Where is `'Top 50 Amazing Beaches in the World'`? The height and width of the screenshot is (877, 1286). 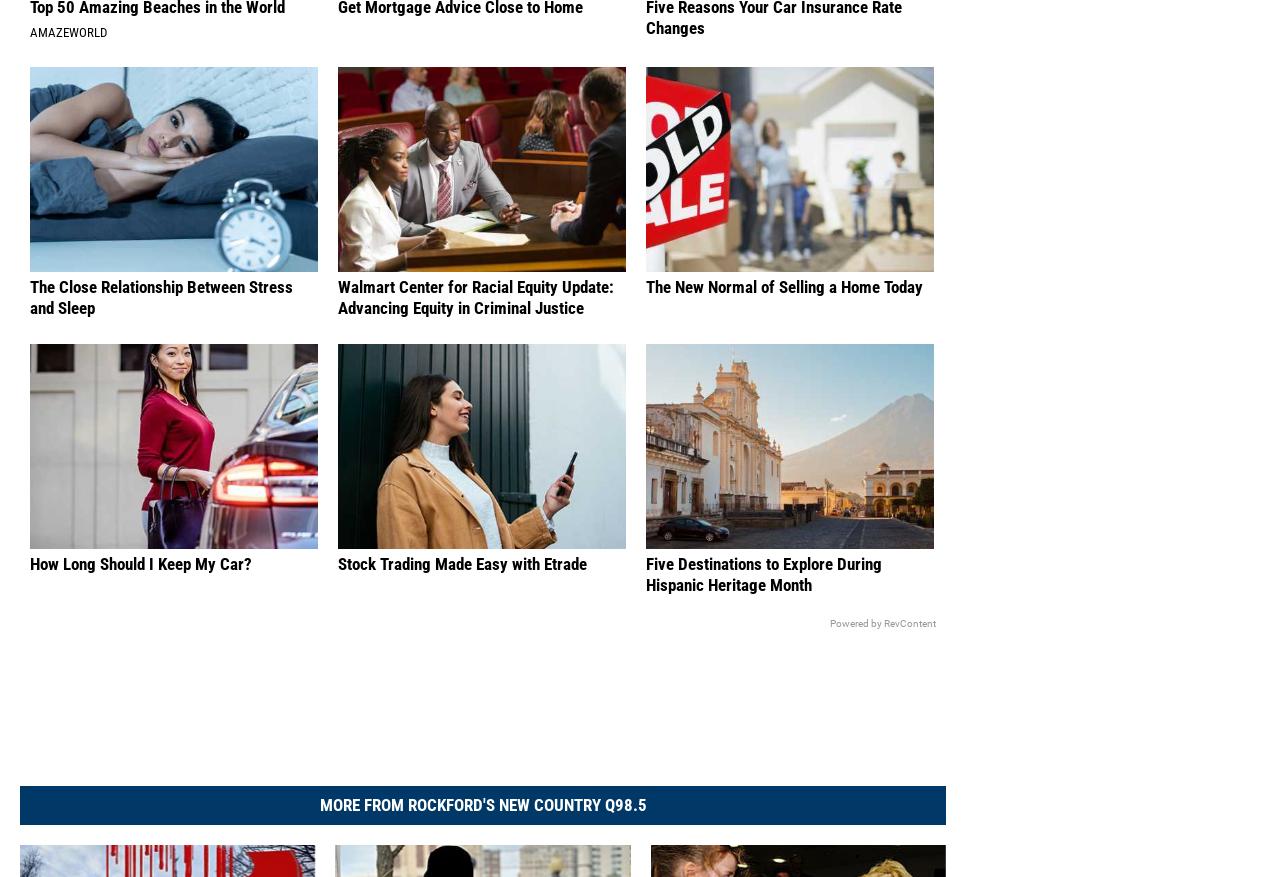 'Top 50 Amazing Beaches in the World' is located at coordinates (157, 28).